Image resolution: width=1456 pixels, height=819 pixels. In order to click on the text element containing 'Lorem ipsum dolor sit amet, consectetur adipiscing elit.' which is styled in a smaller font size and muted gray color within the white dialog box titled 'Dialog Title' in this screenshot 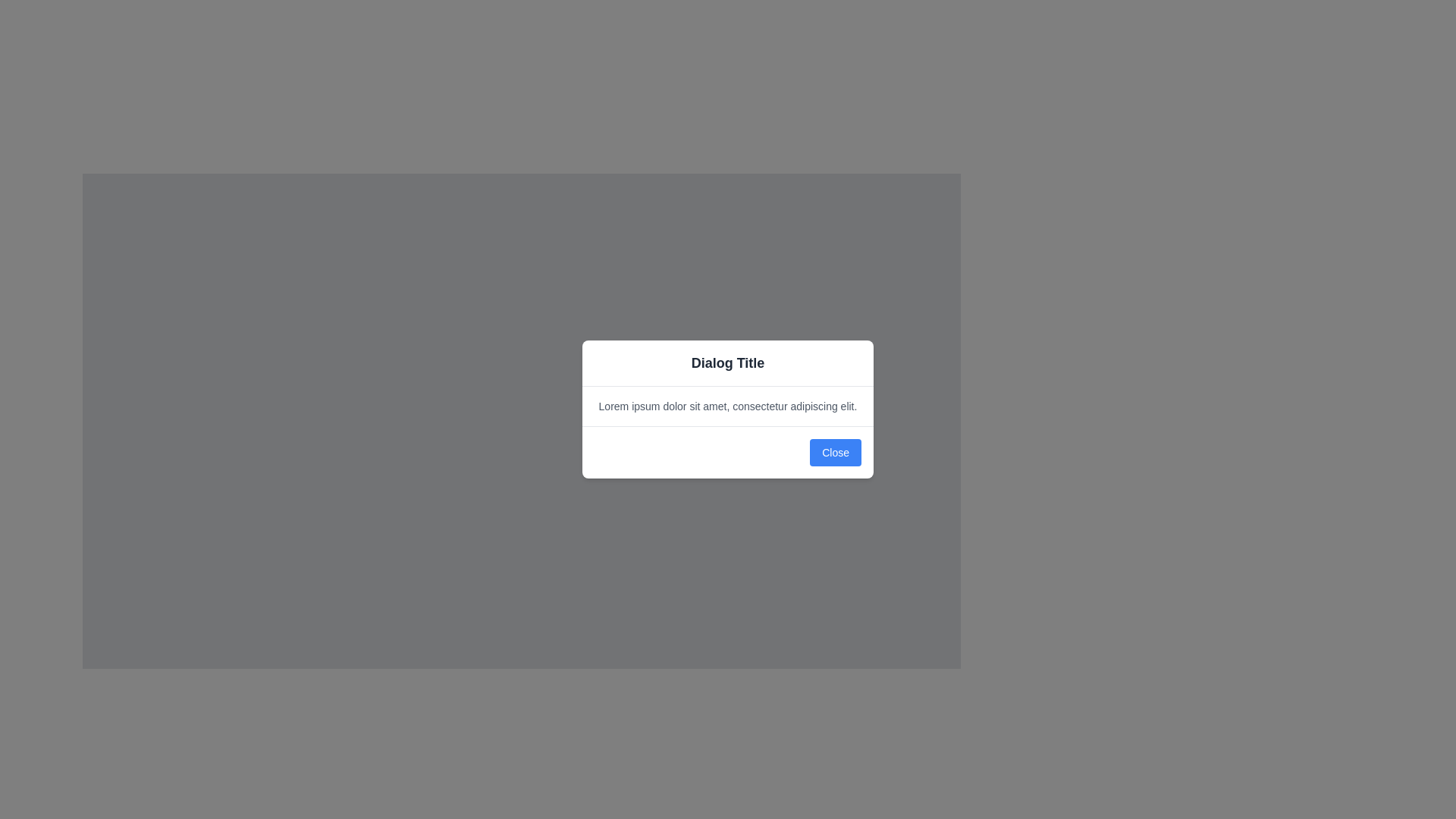, I will do `click(728, 406)`.